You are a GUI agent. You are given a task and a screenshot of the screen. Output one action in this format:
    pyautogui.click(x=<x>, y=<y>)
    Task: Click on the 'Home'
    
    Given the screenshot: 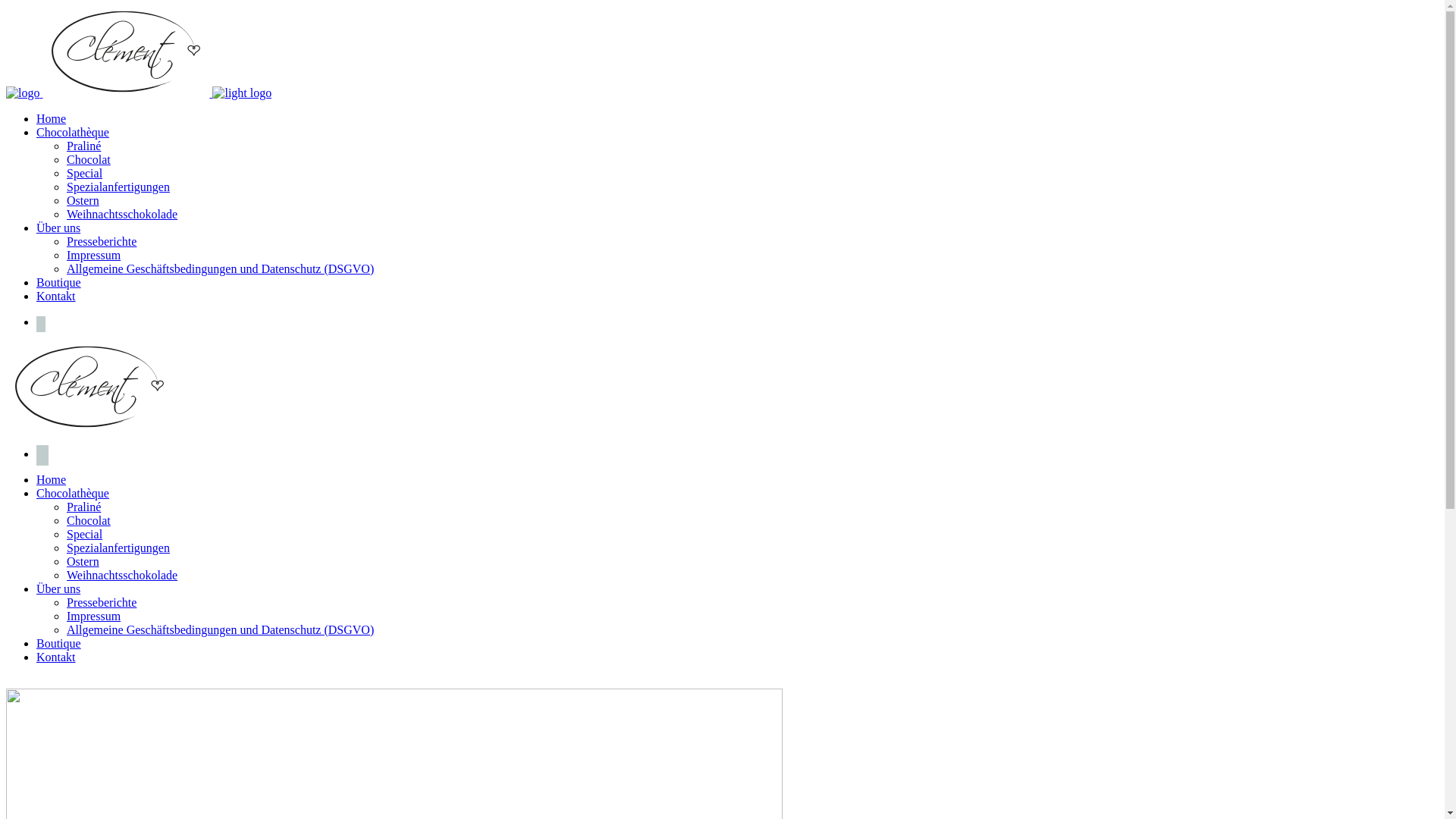 What is the action you would take?
    pyautogui.click(x=51, y=479)
    